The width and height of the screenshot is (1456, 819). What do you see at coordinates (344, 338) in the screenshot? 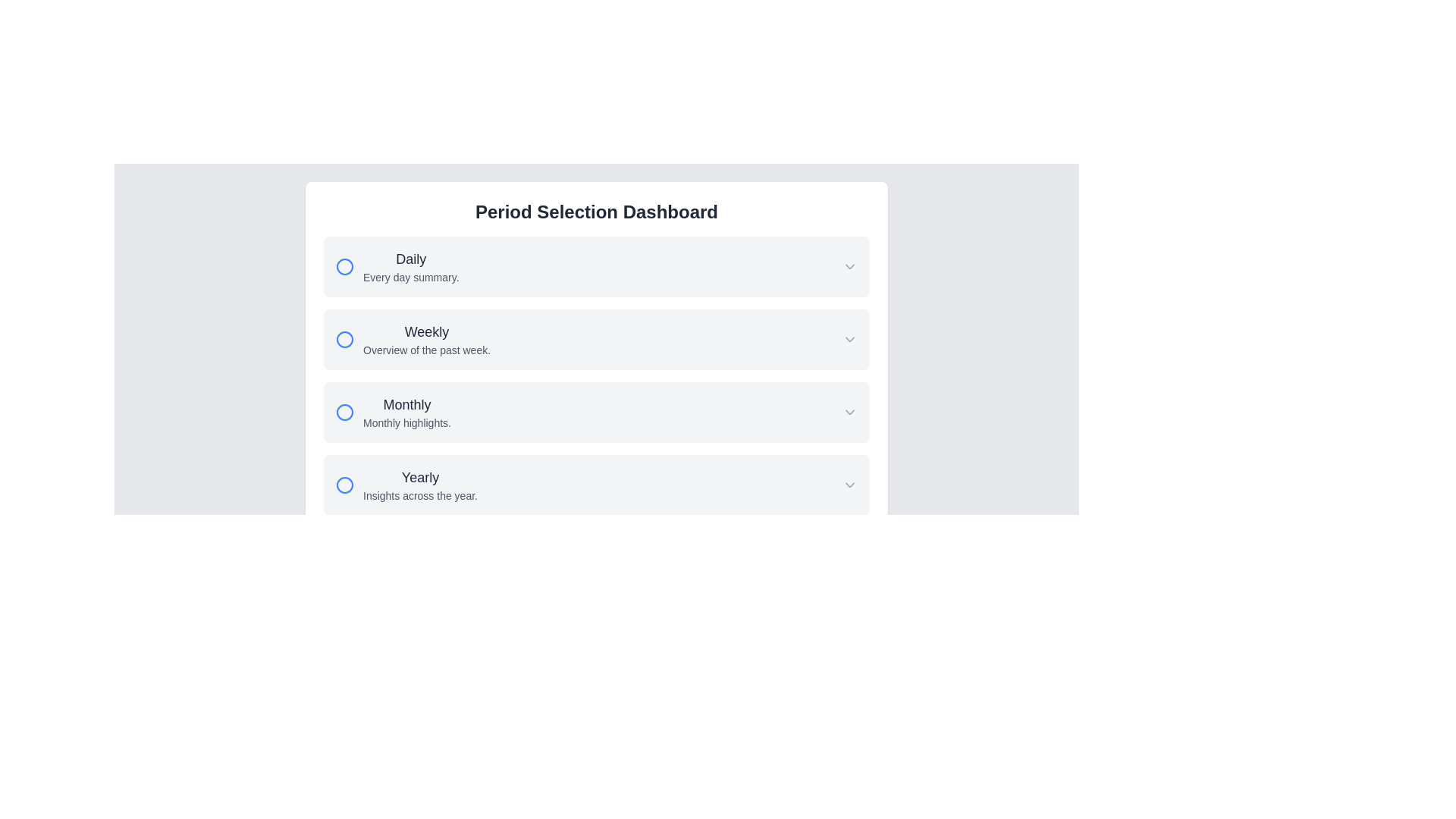
I see `the Radio Button Indicator with a blue border located in the second slot of the 'Period Selection Dashboard', adjacent to the 'Weekly: Overview of the past week.'` at bounding box center [344, 338].